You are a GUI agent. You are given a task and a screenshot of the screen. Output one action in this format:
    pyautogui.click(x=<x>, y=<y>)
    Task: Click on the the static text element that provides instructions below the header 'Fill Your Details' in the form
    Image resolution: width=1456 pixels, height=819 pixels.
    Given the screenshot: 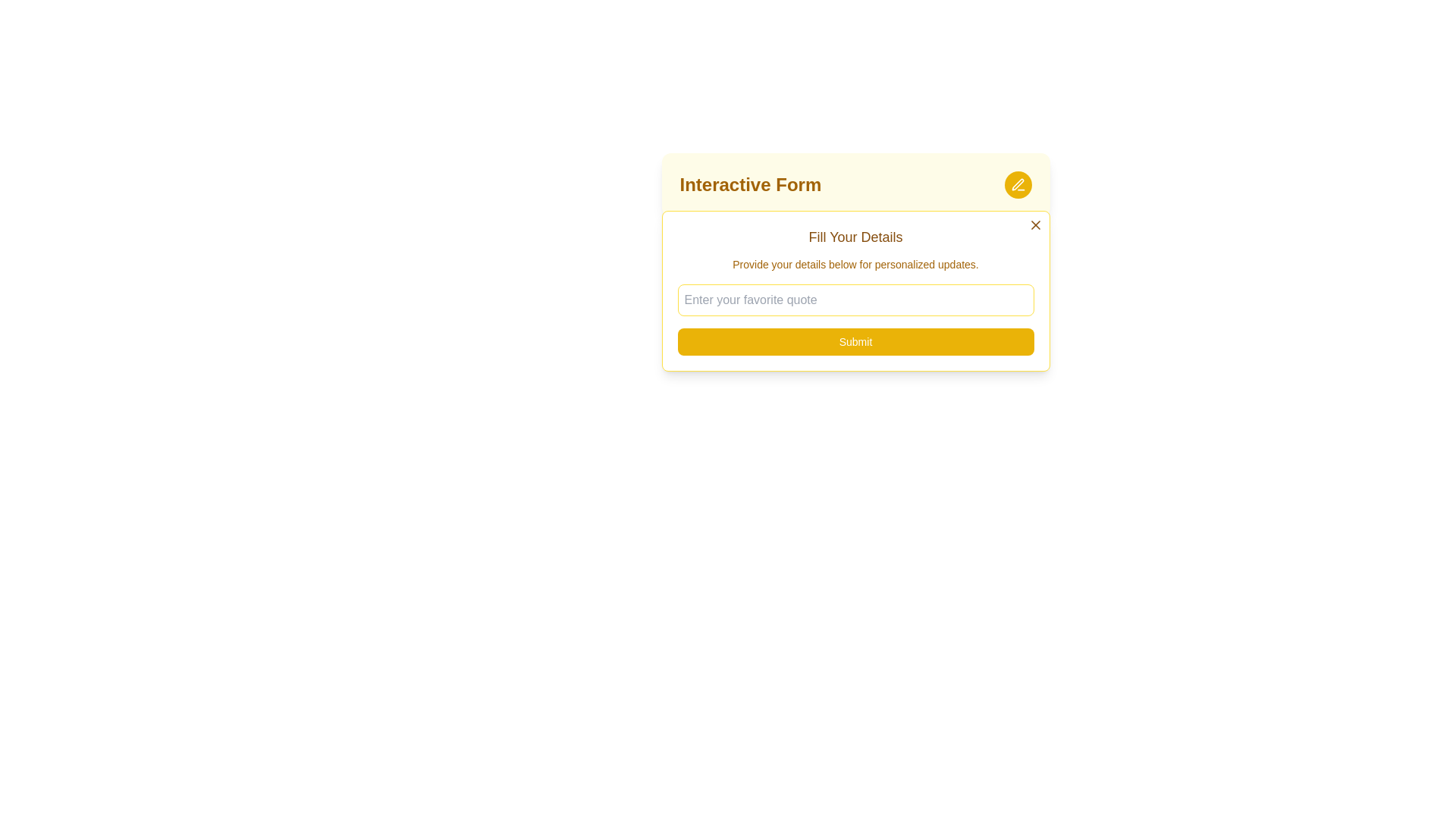 What is the action you would take?
    pyautogui.click(x=855, y=263)
    